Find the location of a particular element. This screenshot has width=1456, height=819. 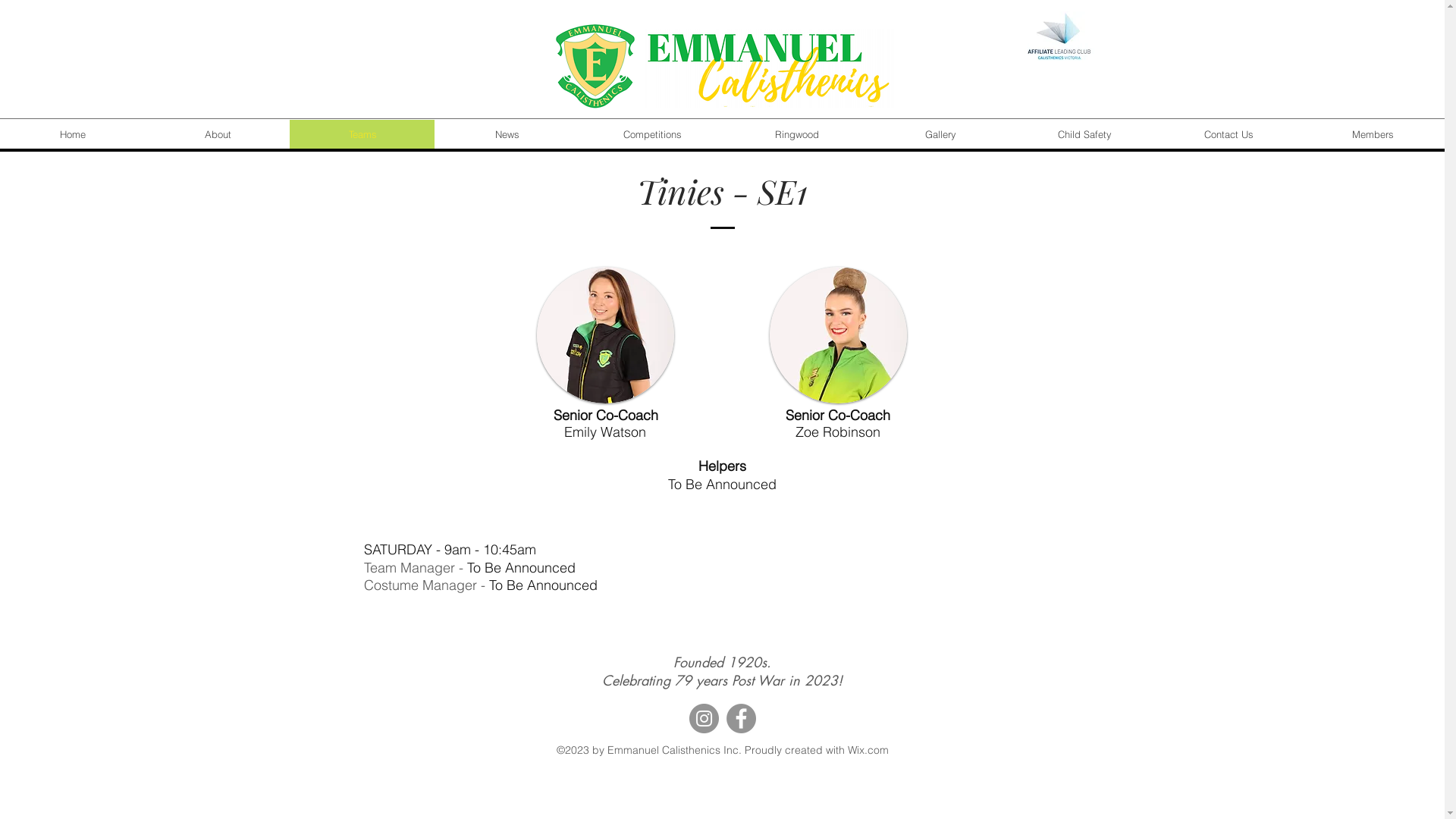

'About' is located at coordinates (216, 133).